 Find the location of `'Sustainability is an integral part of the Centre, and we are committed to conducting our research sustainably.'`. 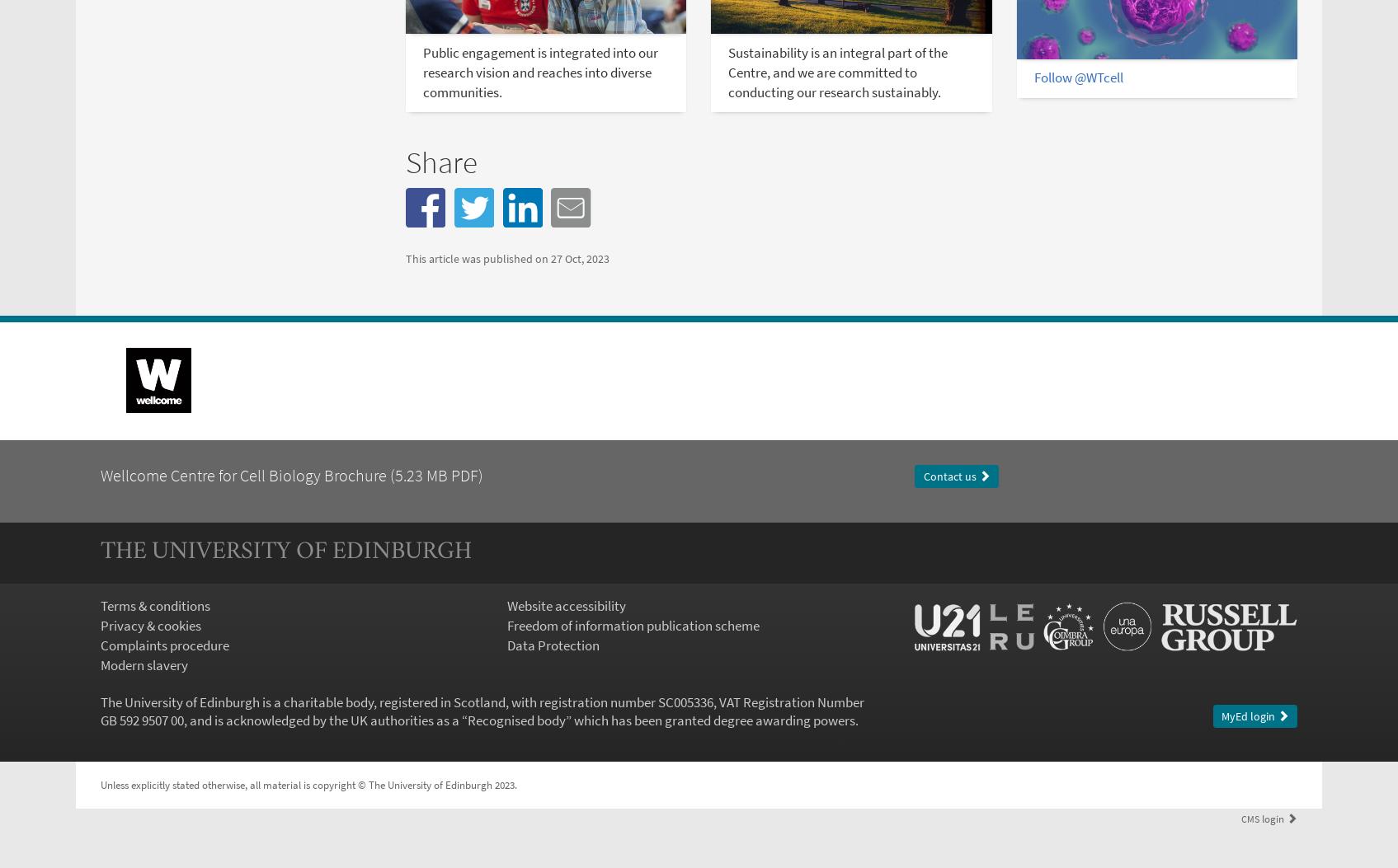

'Sustainability is an integral part of the Centre, and we are committed to conducting our research sustainably.' is located at coordinates (836, 70).